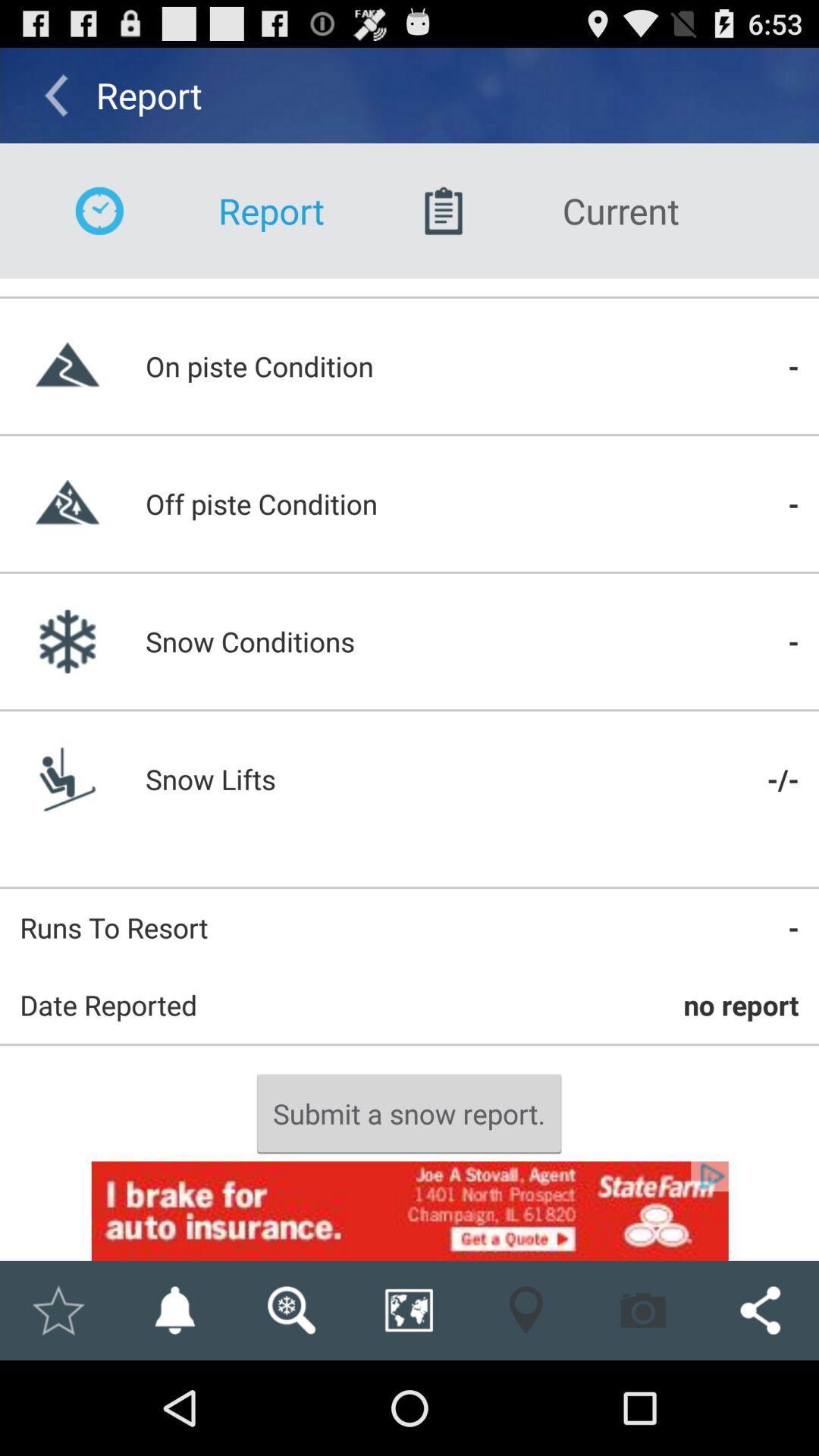 This screenshot has width=819, height=1456. Describe the element at coordinates (57, 1401) in the screenshot. I see `the star icon` at that location.